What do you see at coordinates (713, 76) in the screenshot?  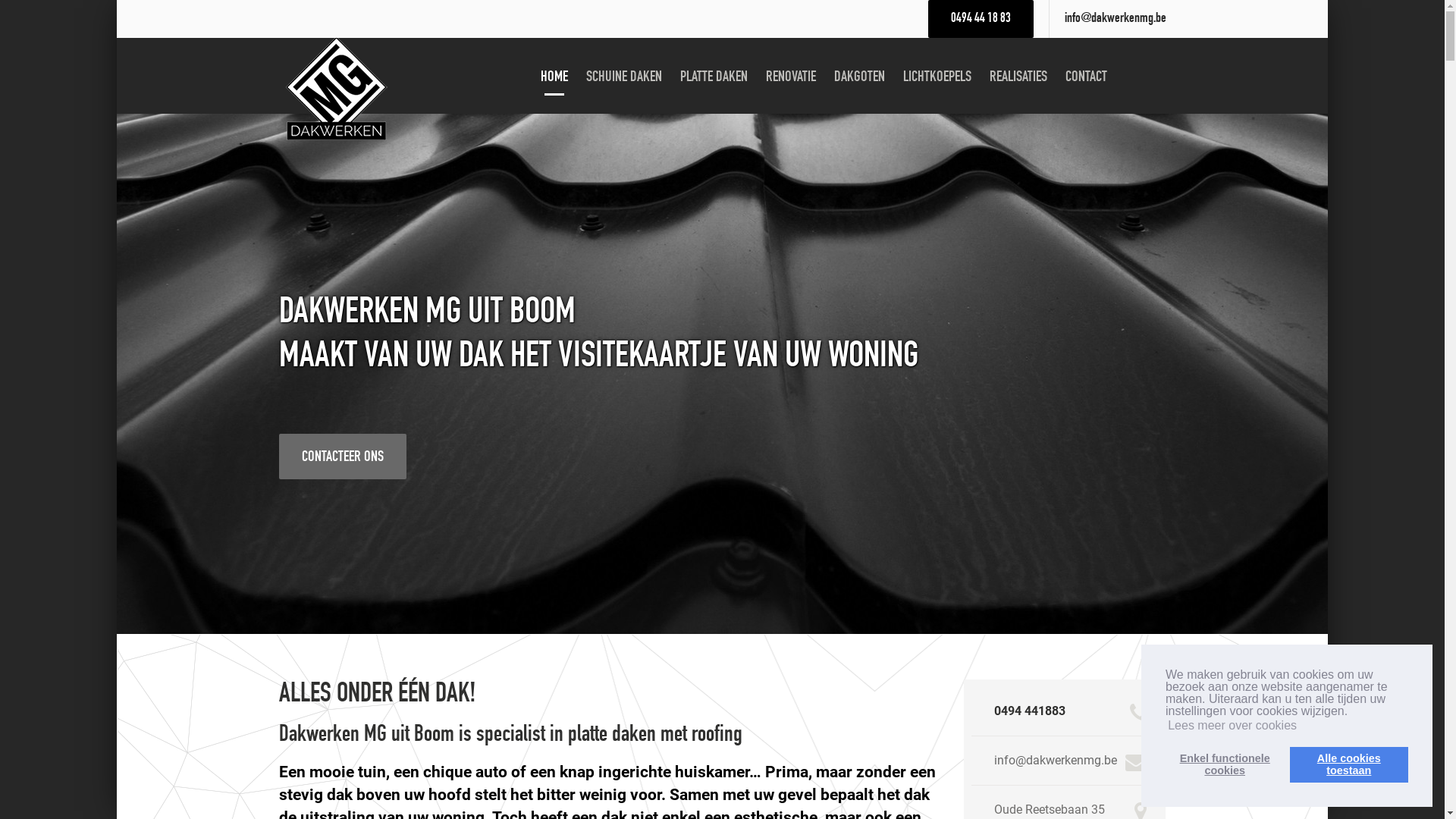 I see `'PLATTE DAKEN'` at bounding box center [713, 76].